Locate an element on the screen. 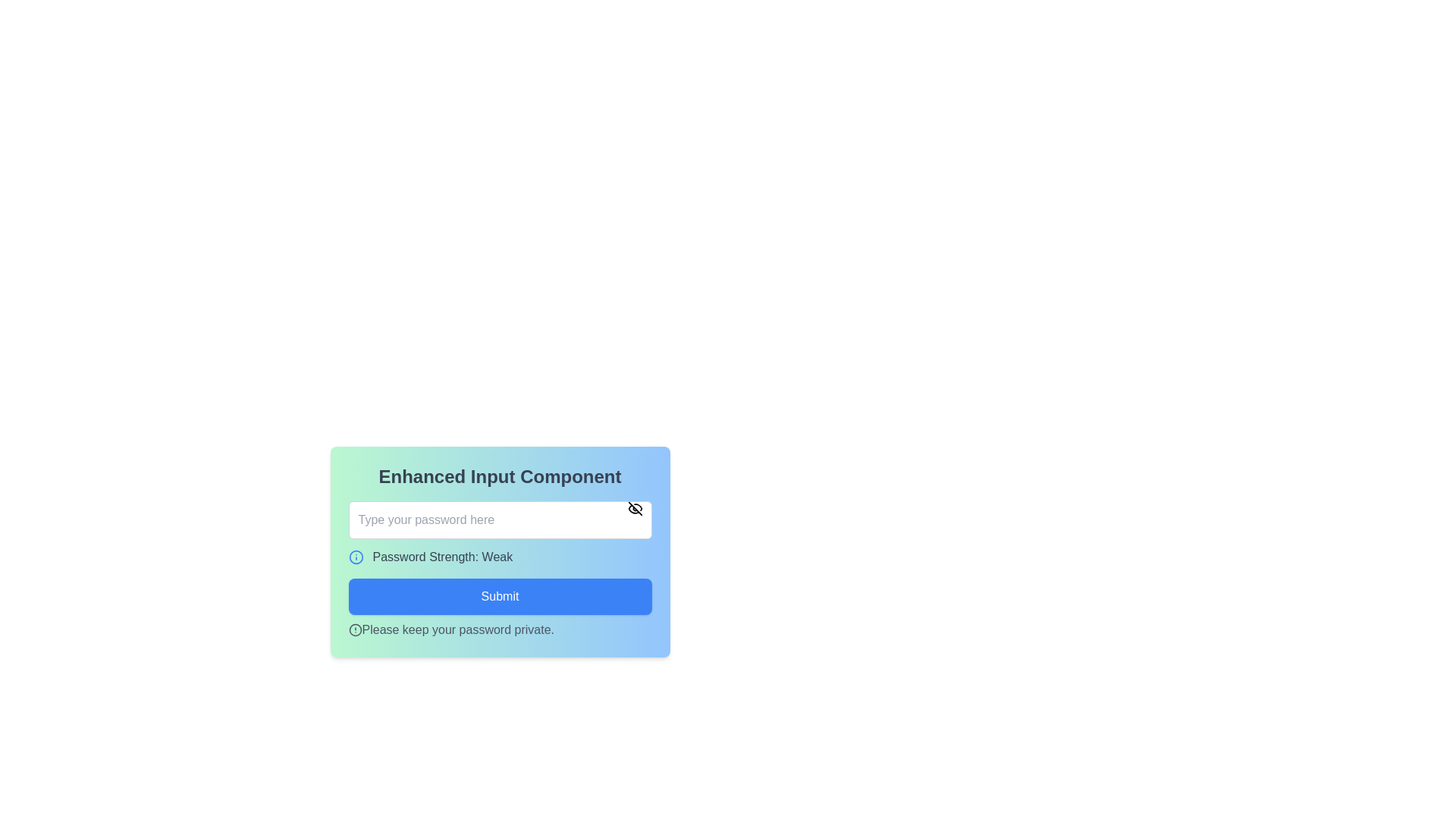 The height and width of the screenshot is (819, 1456). the diagonal stroke element of the 'eye-off' icon, which indicates hiding or revealing password text in the input field is located at coordinates (635, 509).